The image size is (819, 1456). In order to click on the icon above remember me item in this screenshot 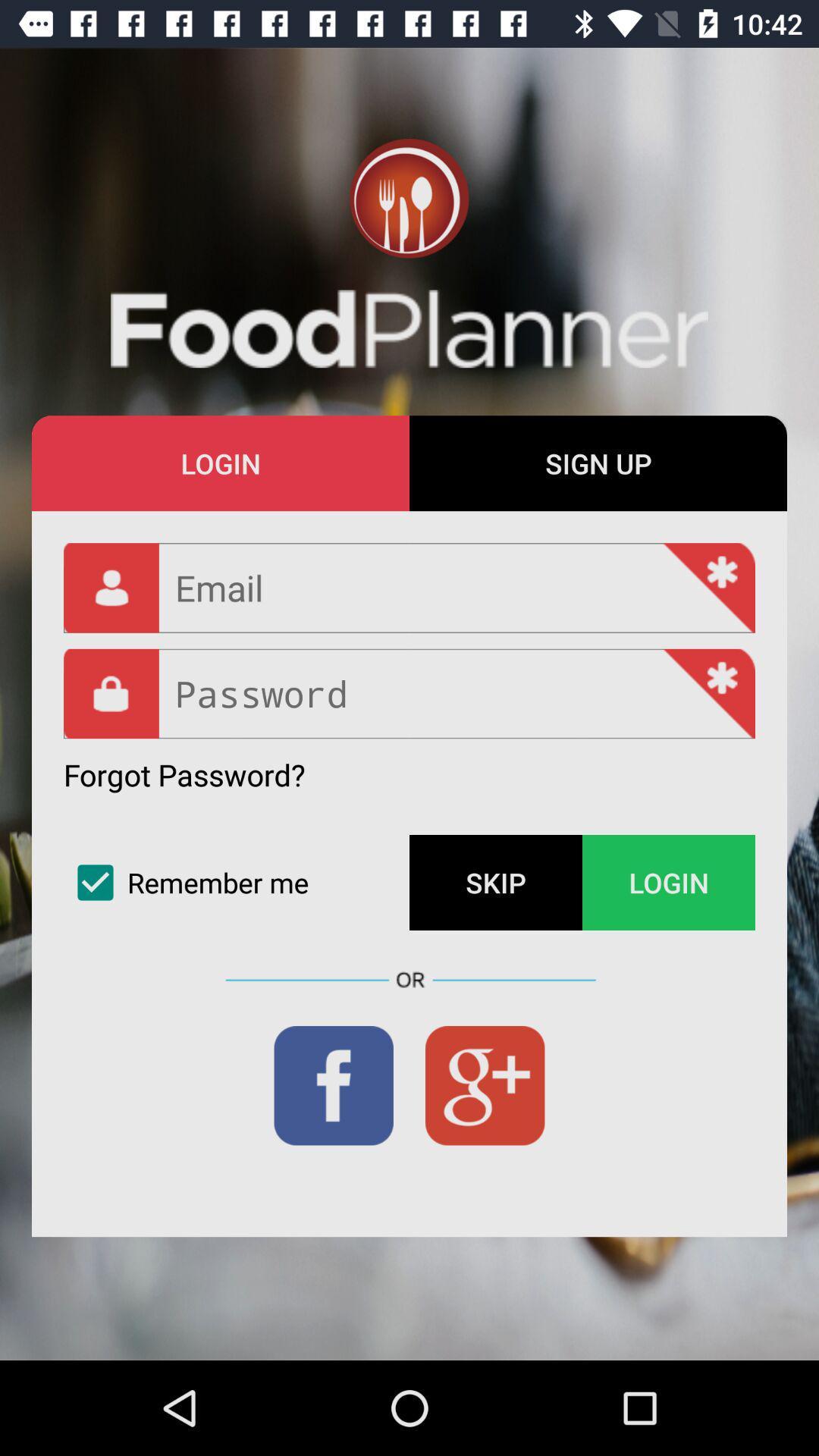, I will do `click(184, 774)`.